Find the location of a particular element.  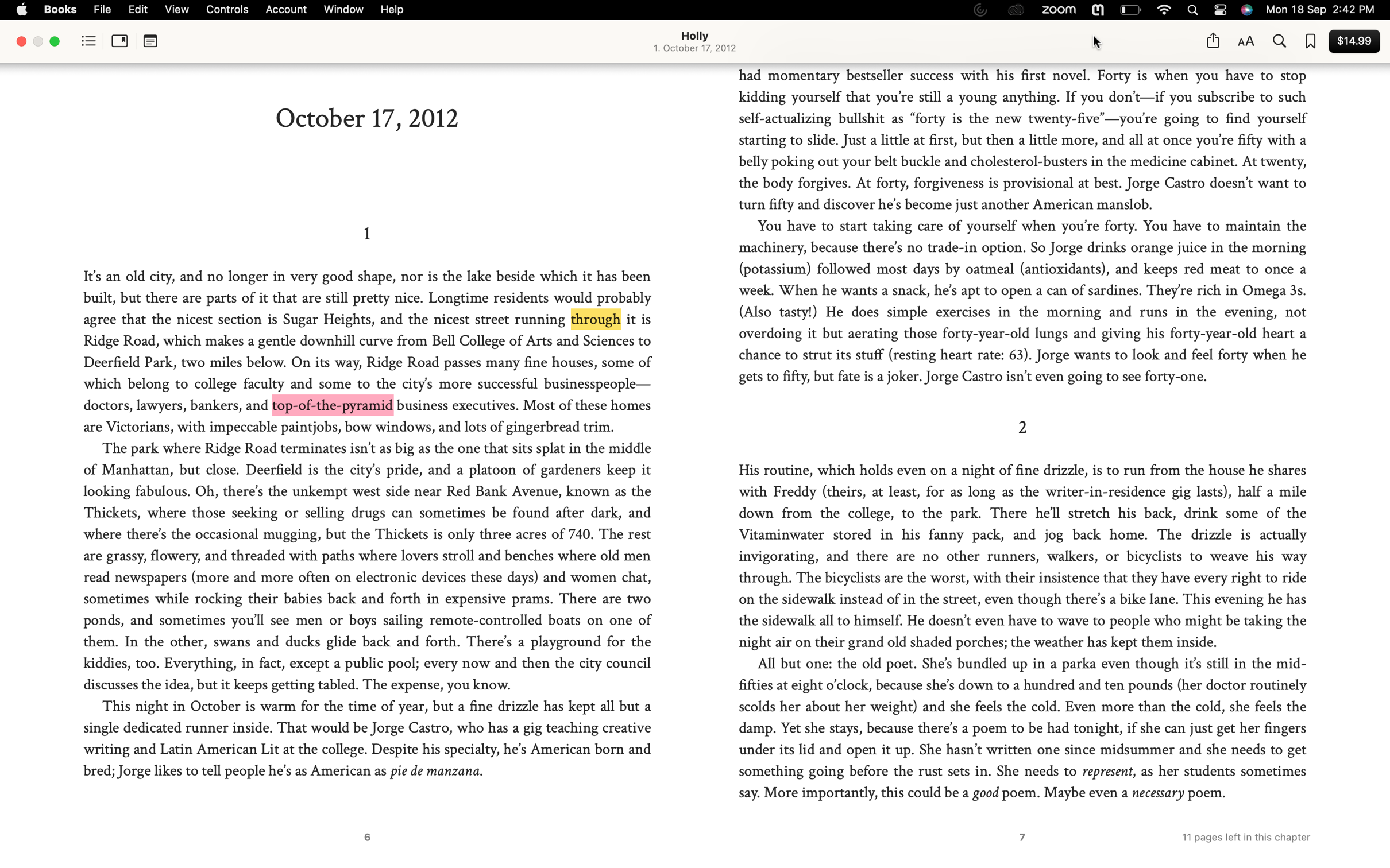

Switch the current typeface to Arial is located at coordinates (1245, 42).